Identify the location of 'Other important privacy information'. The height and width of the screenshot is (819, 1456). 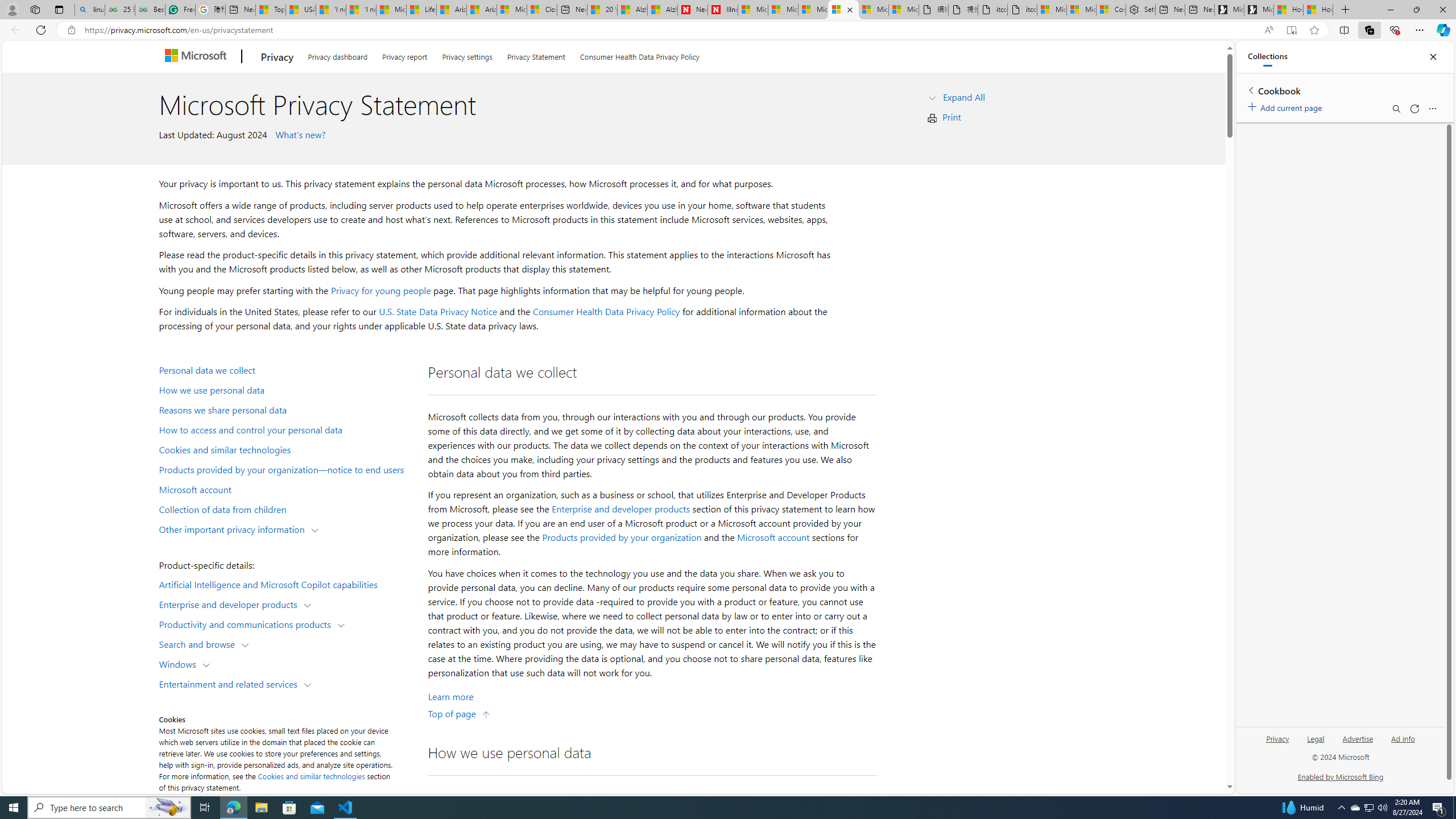
(234, 528).